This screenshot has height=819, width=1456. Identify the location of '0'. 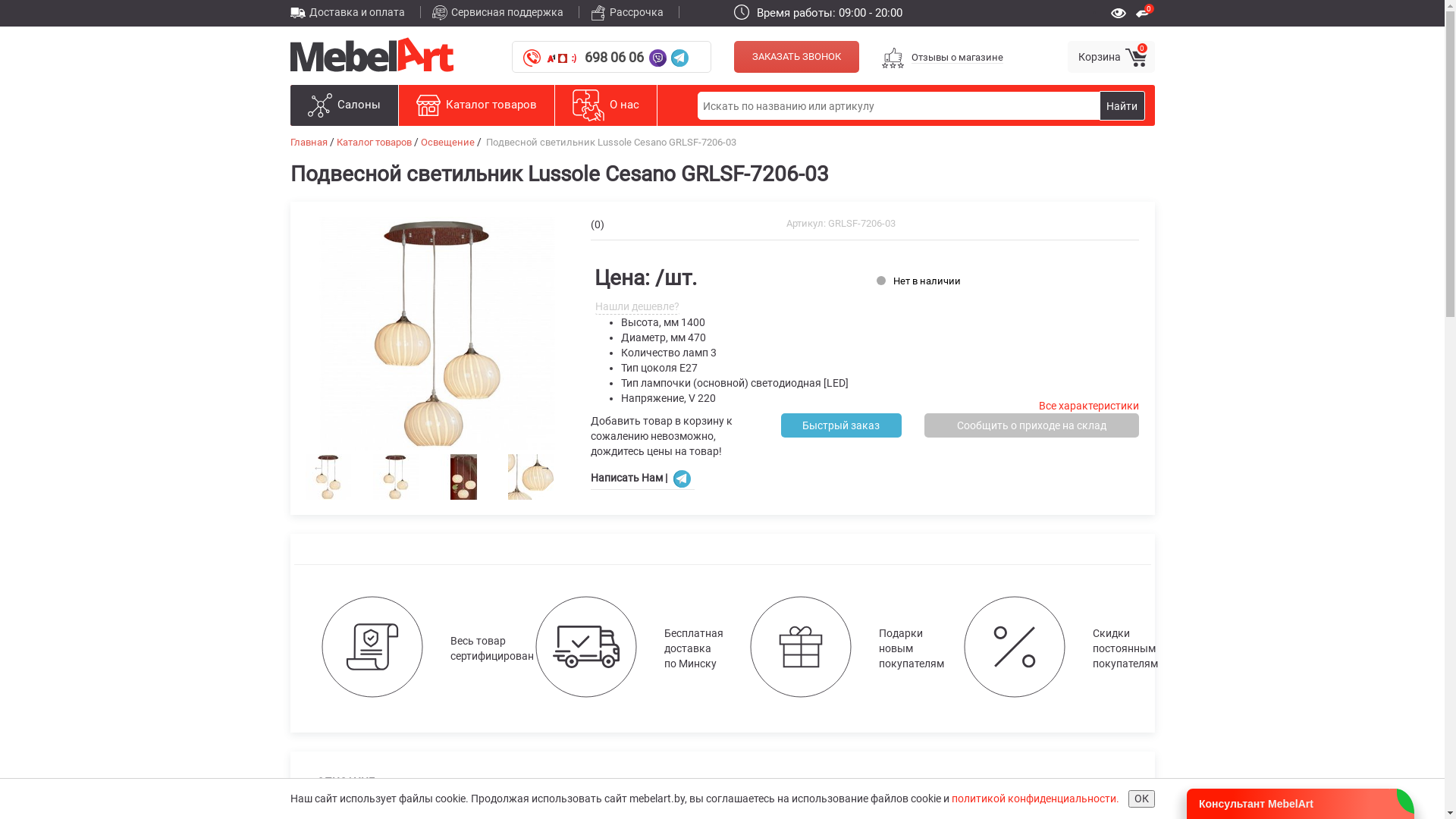
(1145, 11).